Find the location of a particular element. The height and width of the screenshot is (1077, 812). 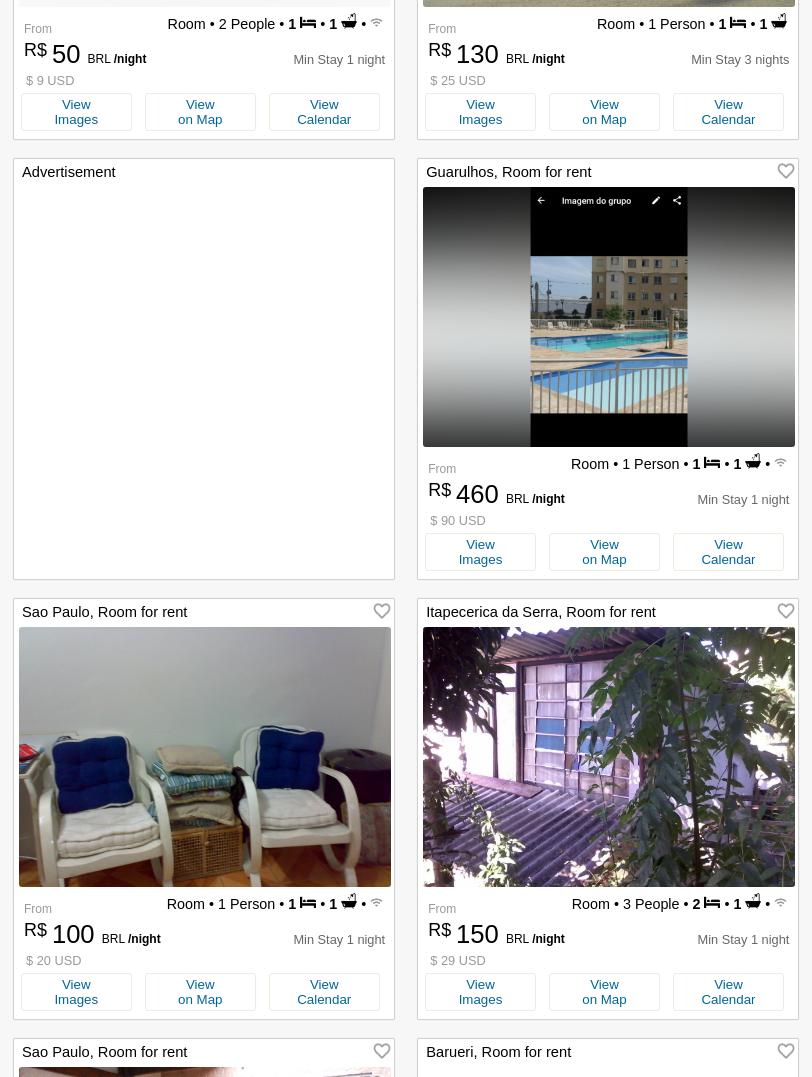

'Itapecerica da Serra, Room for rent' is located at coordinates (540, 610).